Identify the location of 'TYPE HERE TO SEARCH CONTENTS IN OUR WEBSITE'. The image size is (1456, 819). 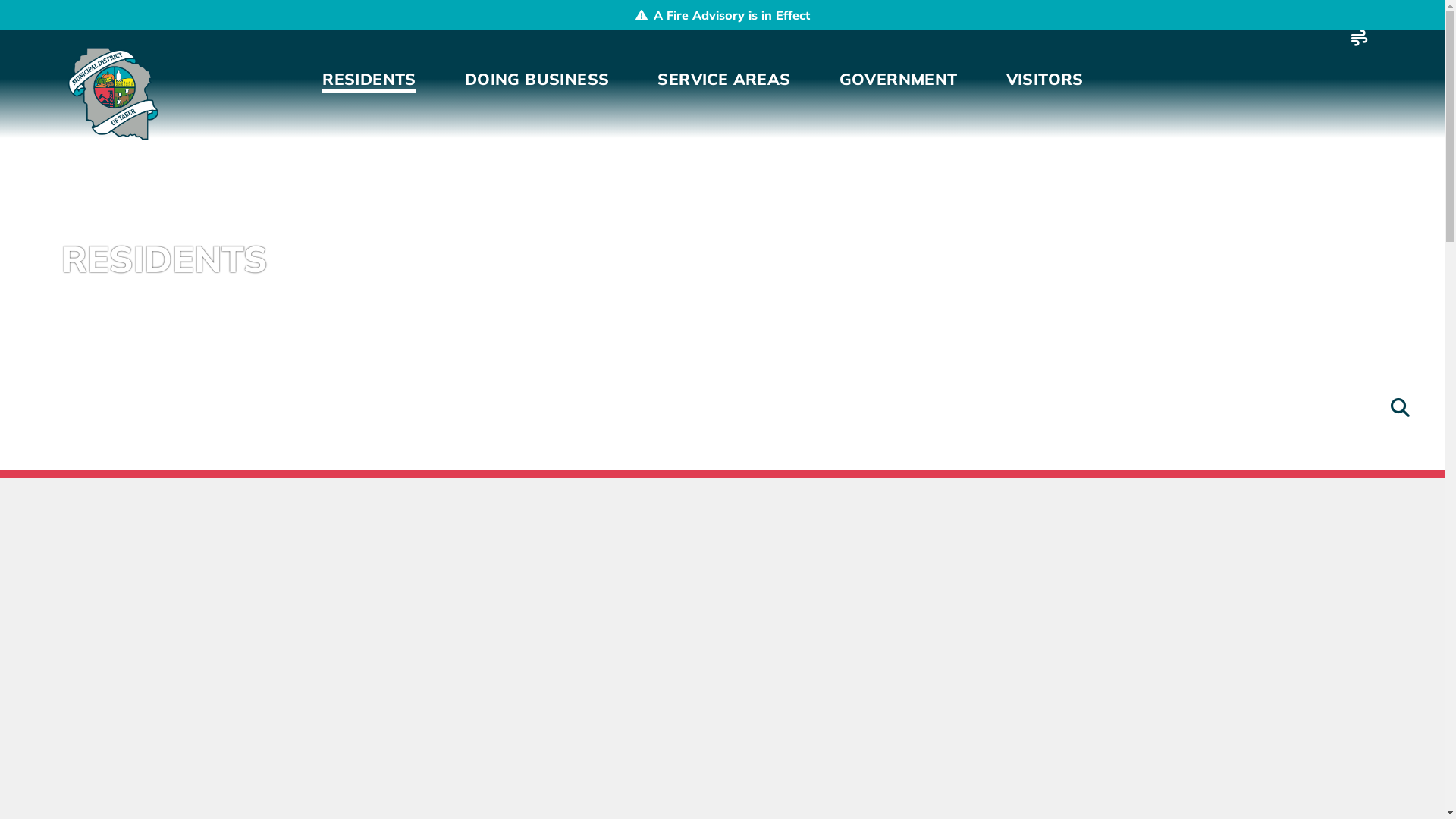
(1384, 408).